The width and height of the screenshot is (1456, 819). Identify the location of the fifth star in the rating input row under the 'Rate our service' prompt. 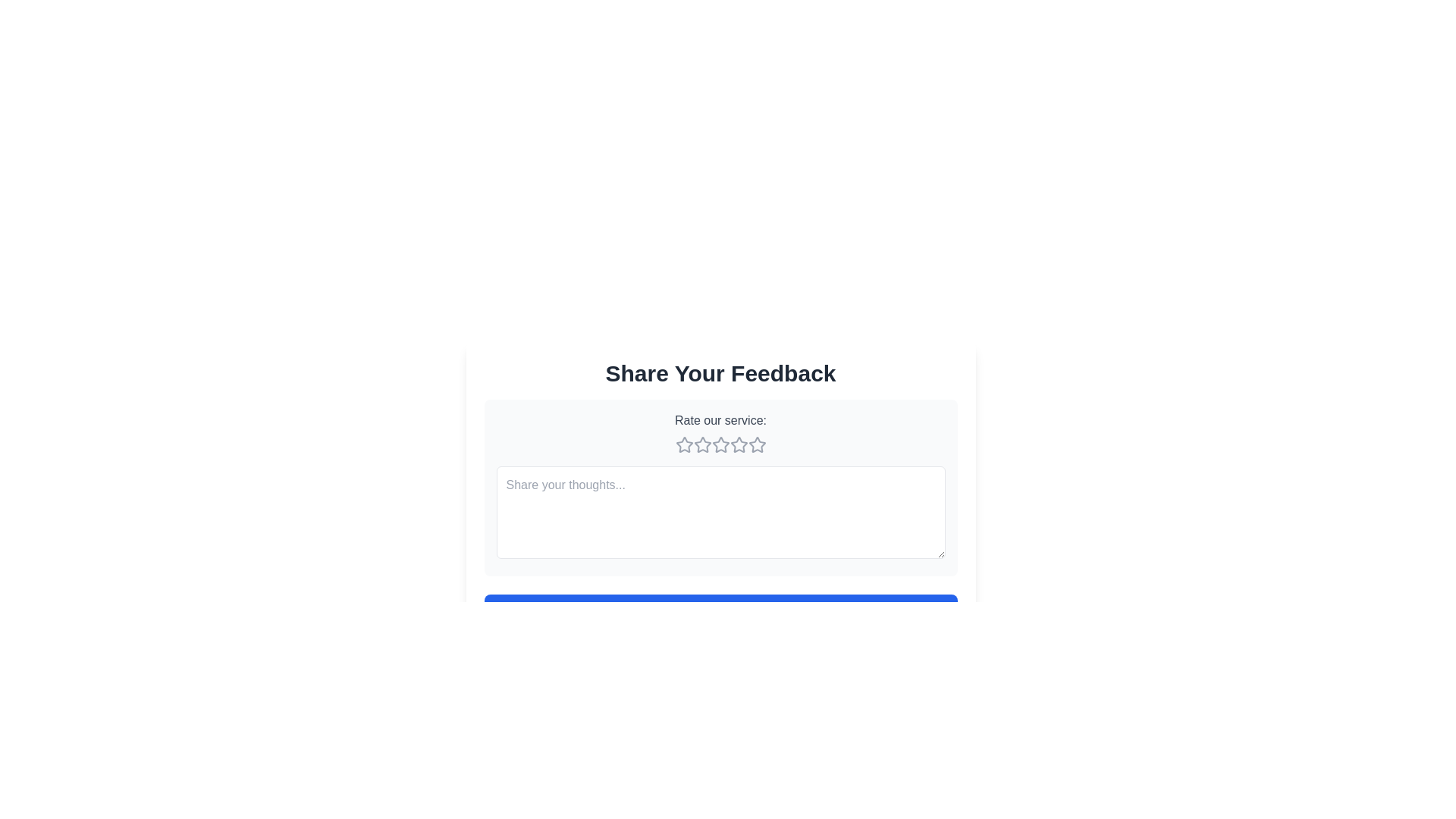
(757, 444).